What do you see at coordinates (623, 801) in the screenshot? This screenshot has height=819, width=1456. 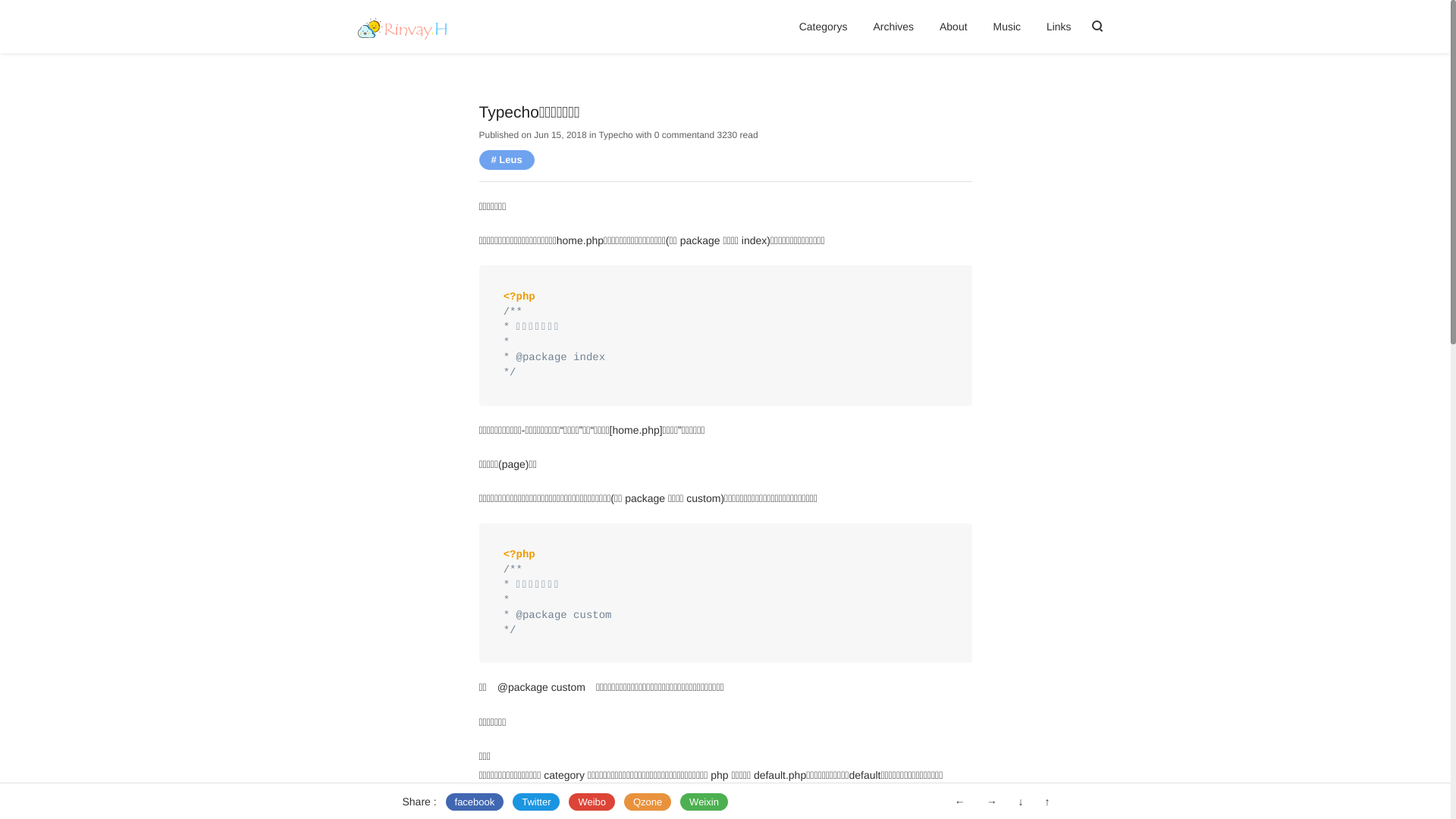 I see `'Qzone'` at bounding box center [623, 801].